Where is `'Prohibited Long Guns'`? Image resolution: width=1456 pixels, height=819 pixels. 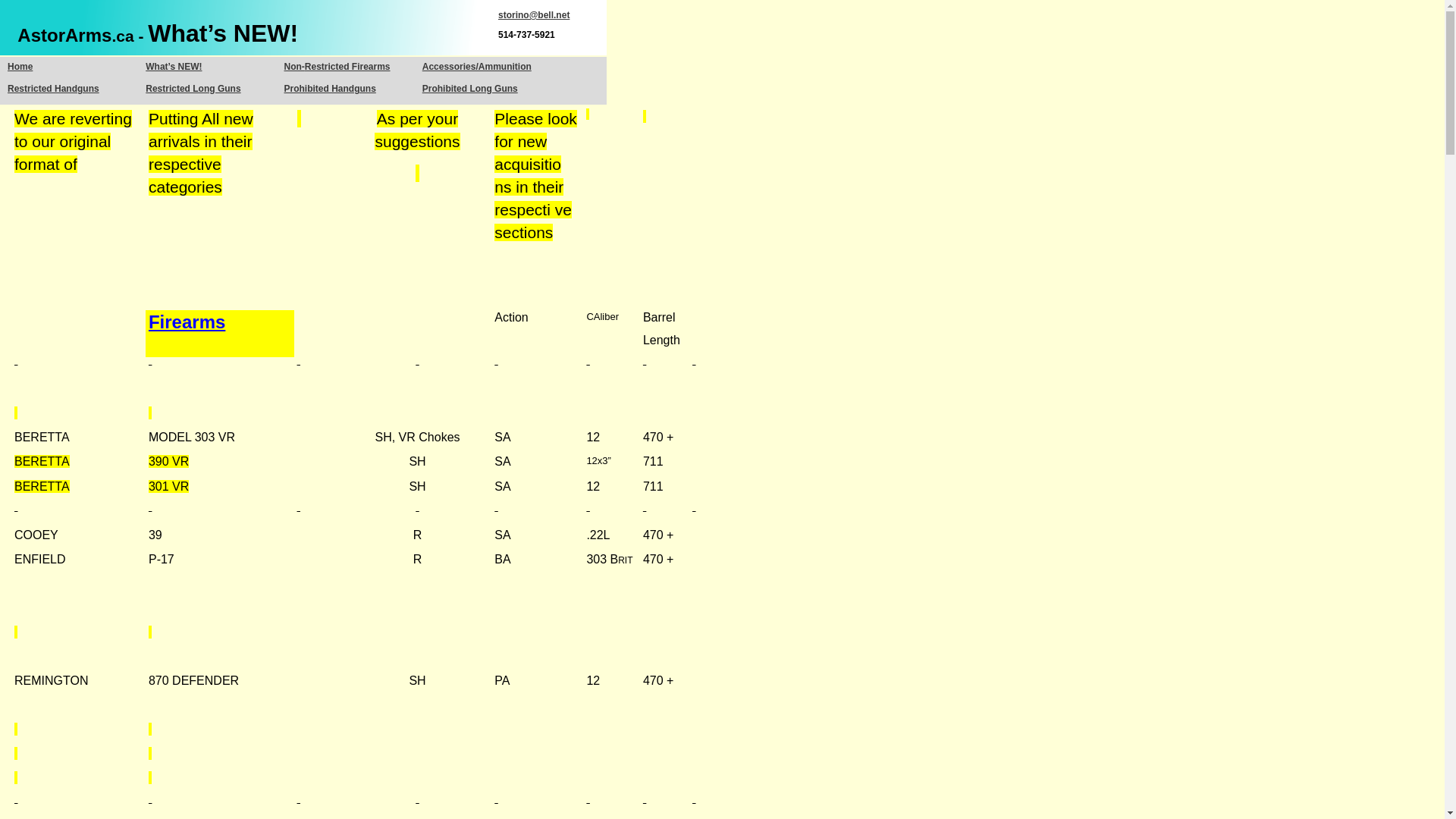 'Prohibited Long Guns' is located at coordinates (469, 88).